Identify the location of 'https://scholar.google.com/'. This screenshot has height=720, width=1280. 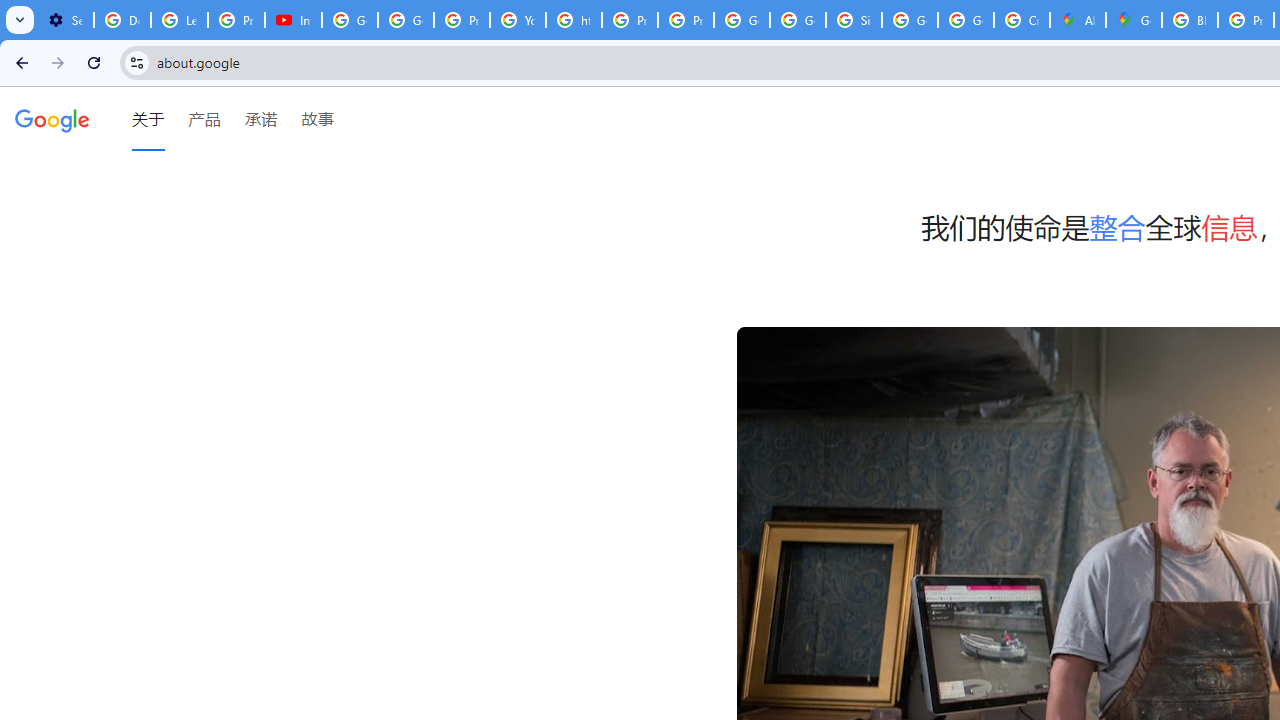
(573, 20).